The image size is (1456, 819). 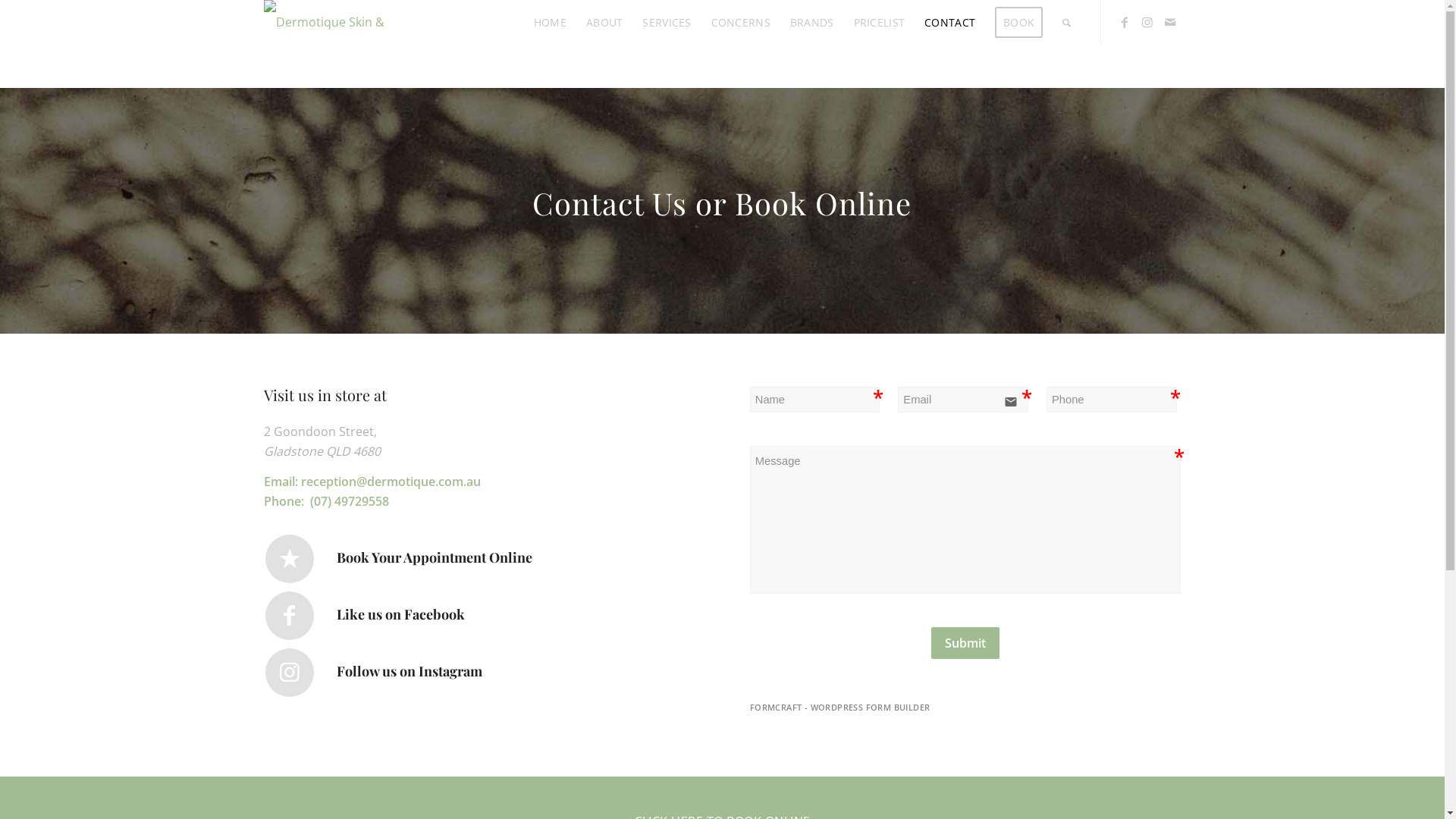 I want to click on 'Book Your Appointment Online', so click(x=433, y=557).